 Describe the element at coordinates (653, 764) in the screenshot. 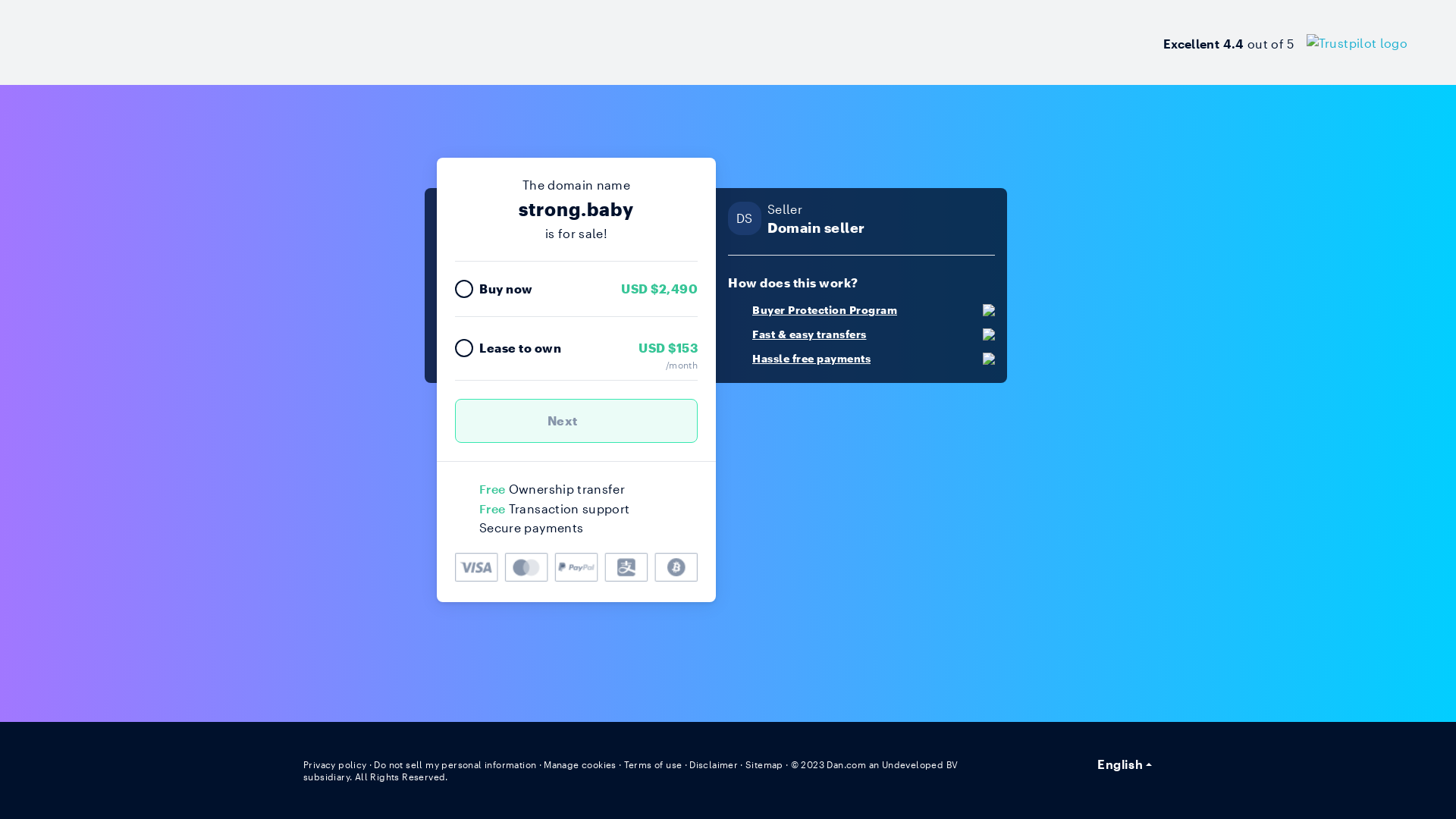

I see `'Terms of use'` at that location.